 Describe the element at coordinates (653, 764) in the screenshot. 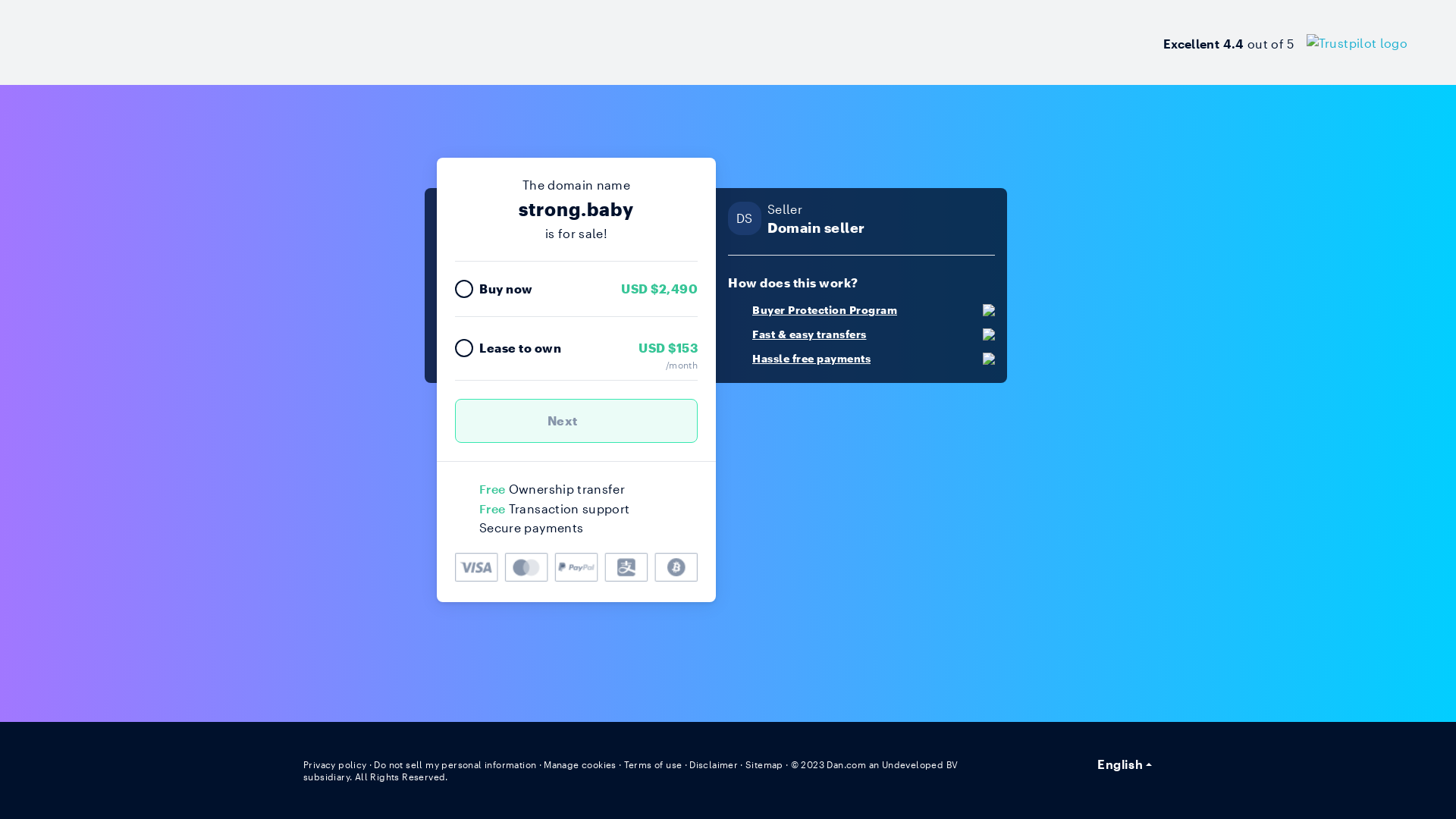

I see `'Terms of use'` at that location.